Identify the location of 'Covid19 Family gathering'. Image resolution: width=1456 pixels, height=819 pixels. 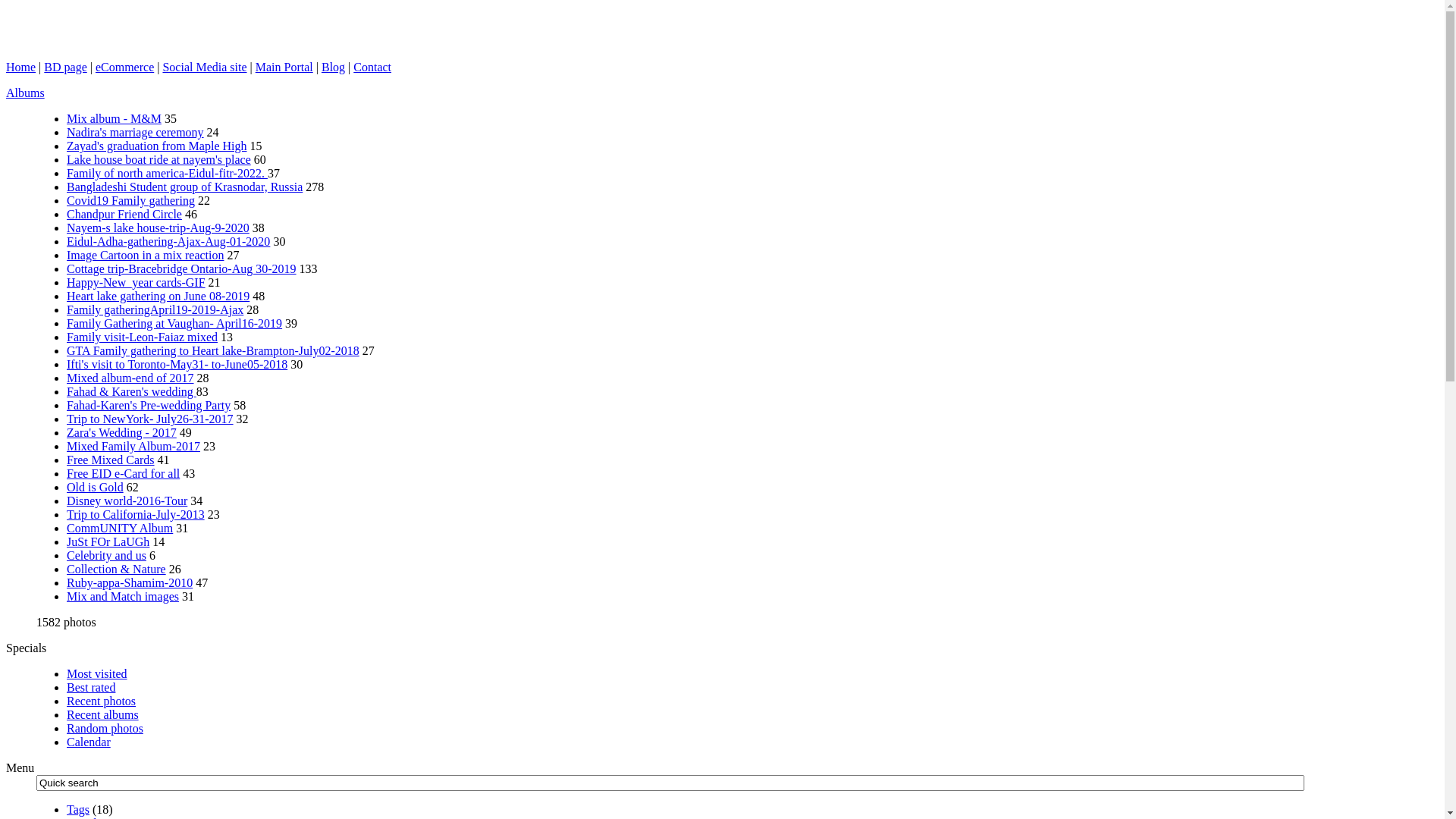
(130, 199).